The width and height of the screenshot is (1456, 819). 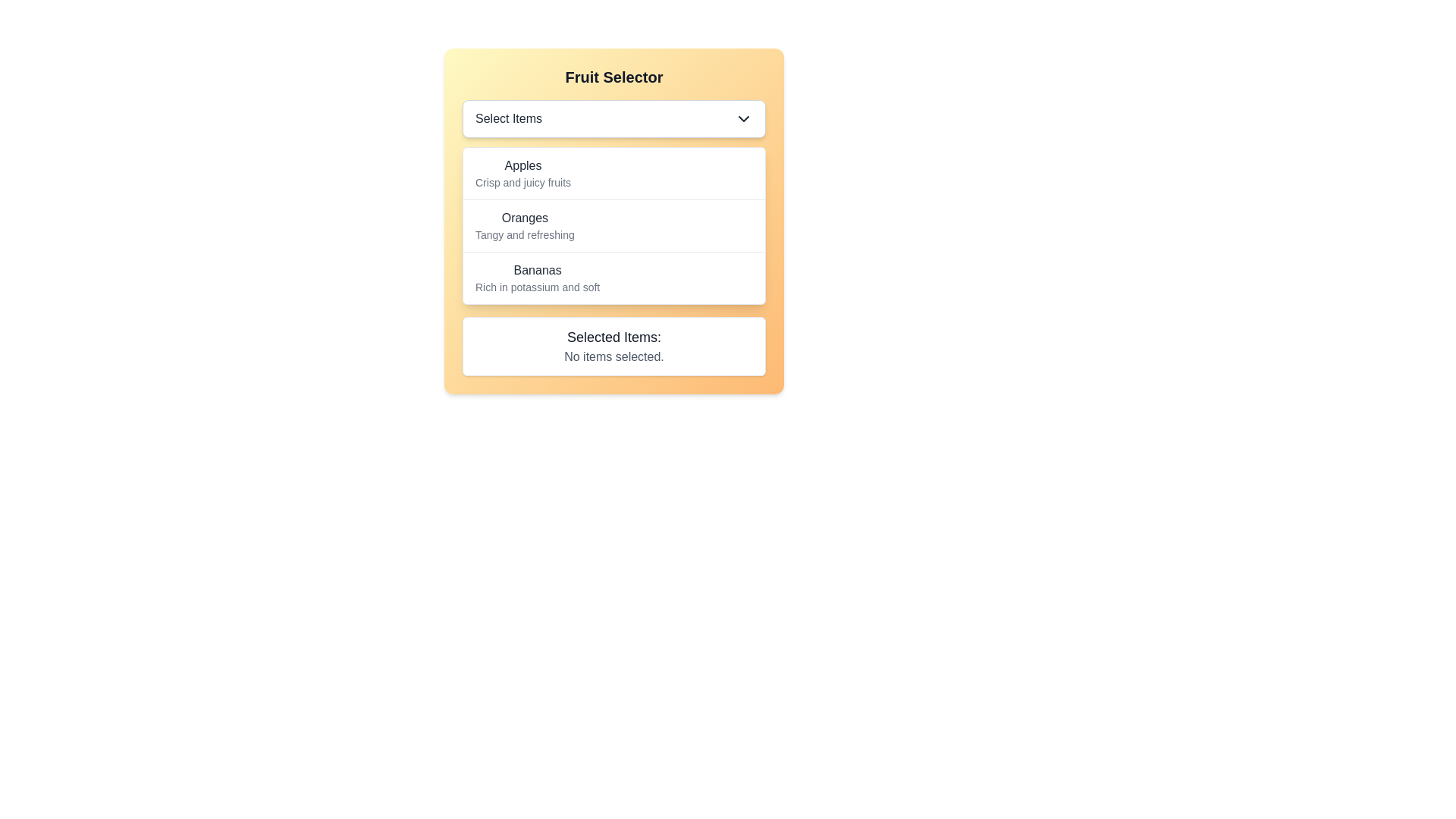 I want to click on the list item displaying 'Apples' with the description 'Crisp and juicy fruits', so click(x=523, y=172).